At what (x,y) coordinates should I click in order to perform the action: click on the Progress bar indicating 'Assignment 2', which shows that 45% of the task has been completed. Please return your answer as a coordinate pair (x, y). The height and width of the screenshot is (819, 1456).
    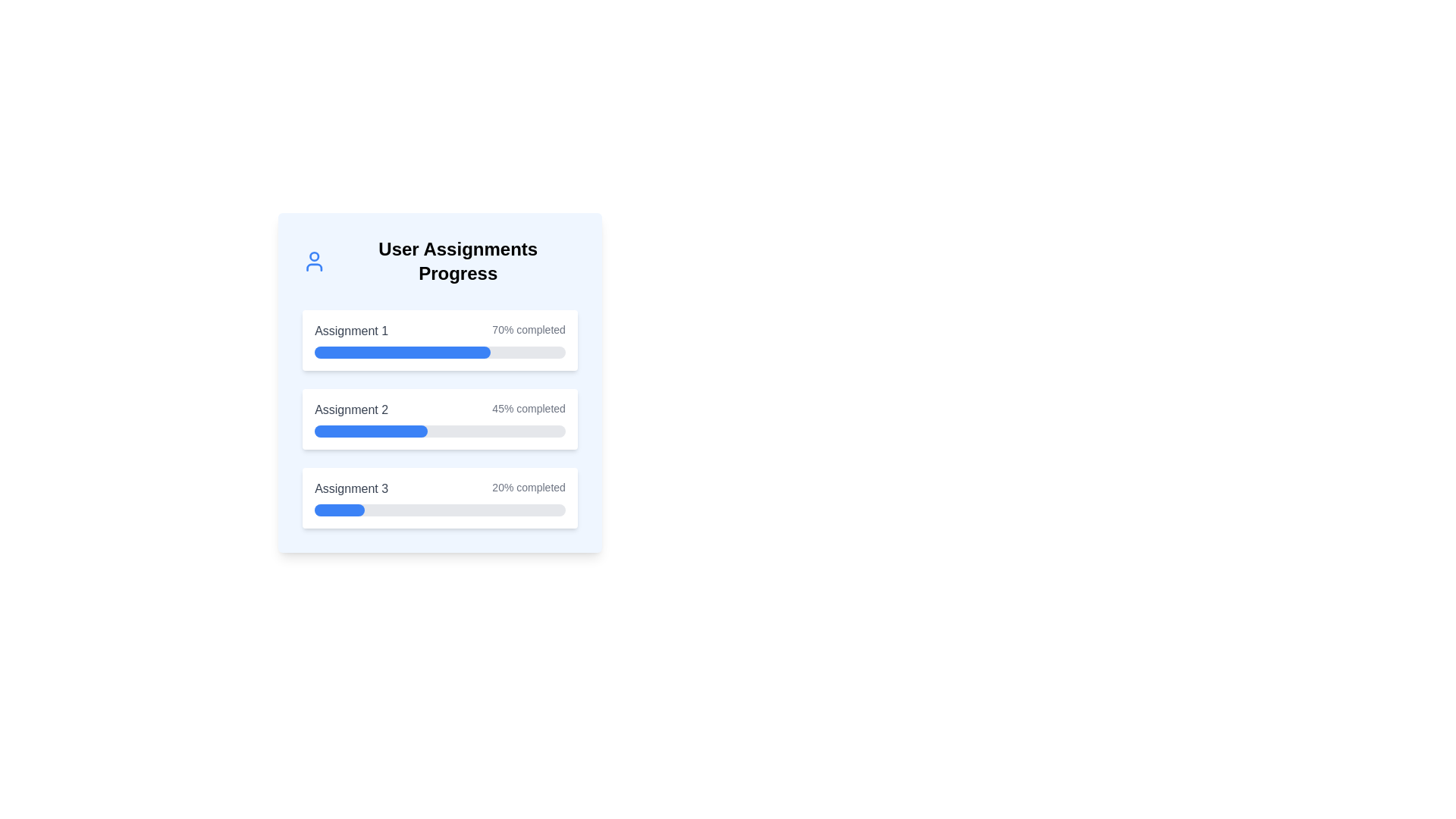
    Looking at the image, I should click on (439, 419).